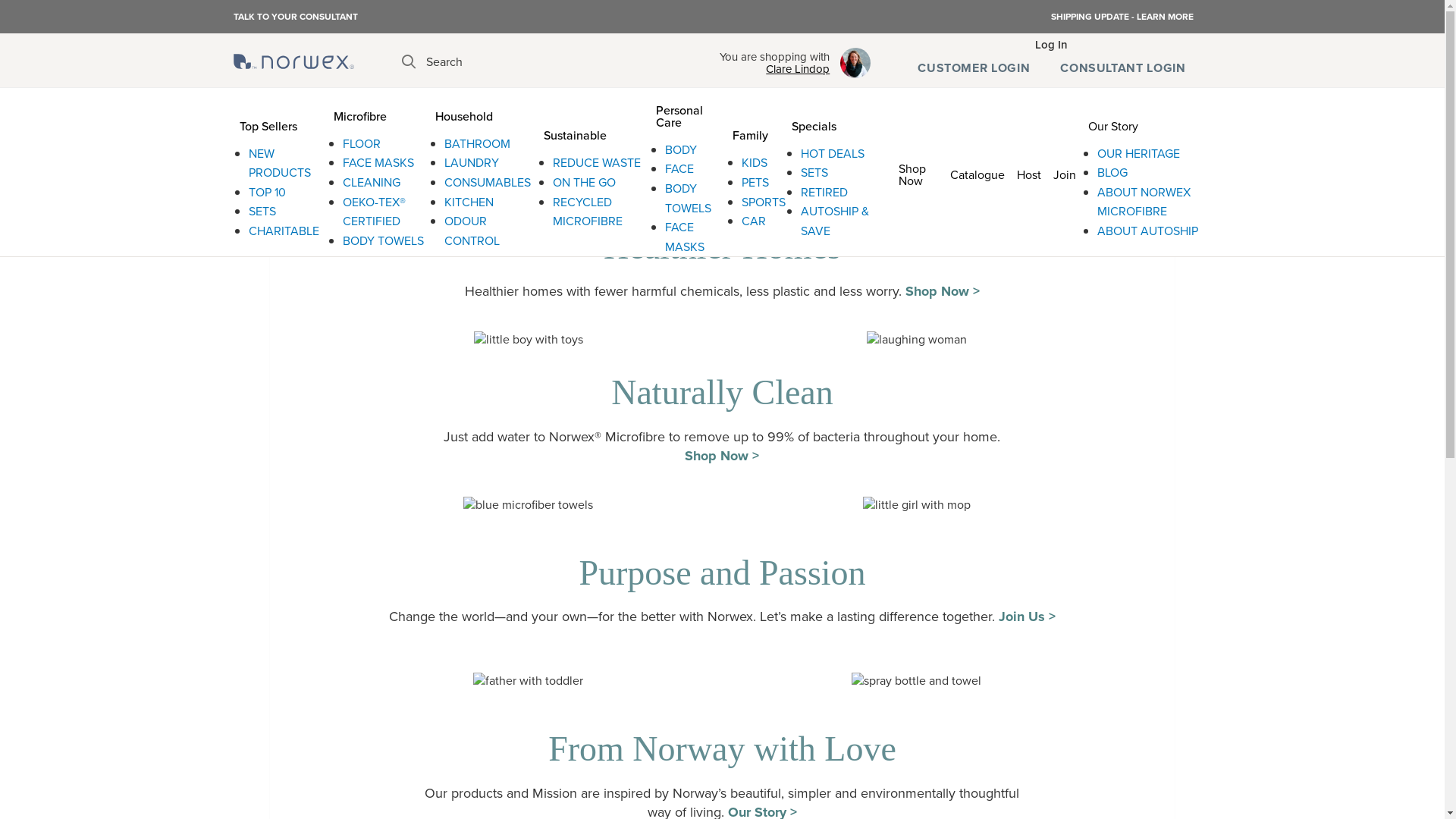 The height and width of the screenshot is (819, 1456). What do you see at coordinates (687, 197) in the screenshot?
I see `'BODY TOWELS'` at bounding box center [687, 197].